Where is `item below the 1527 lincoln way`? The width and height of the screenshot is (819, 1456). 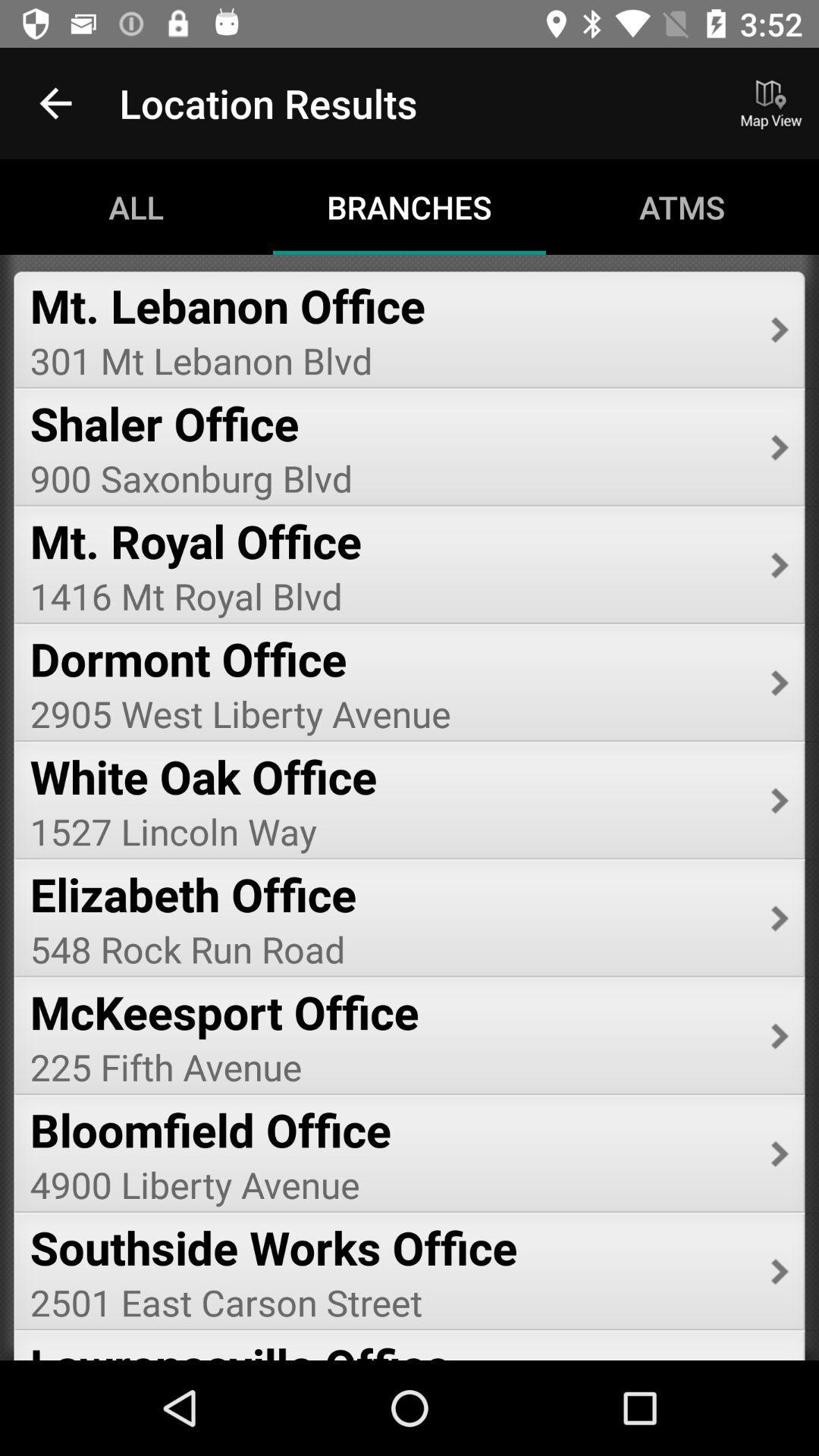 item below the 1527 lincoln way is located at coordinates (389, 894).